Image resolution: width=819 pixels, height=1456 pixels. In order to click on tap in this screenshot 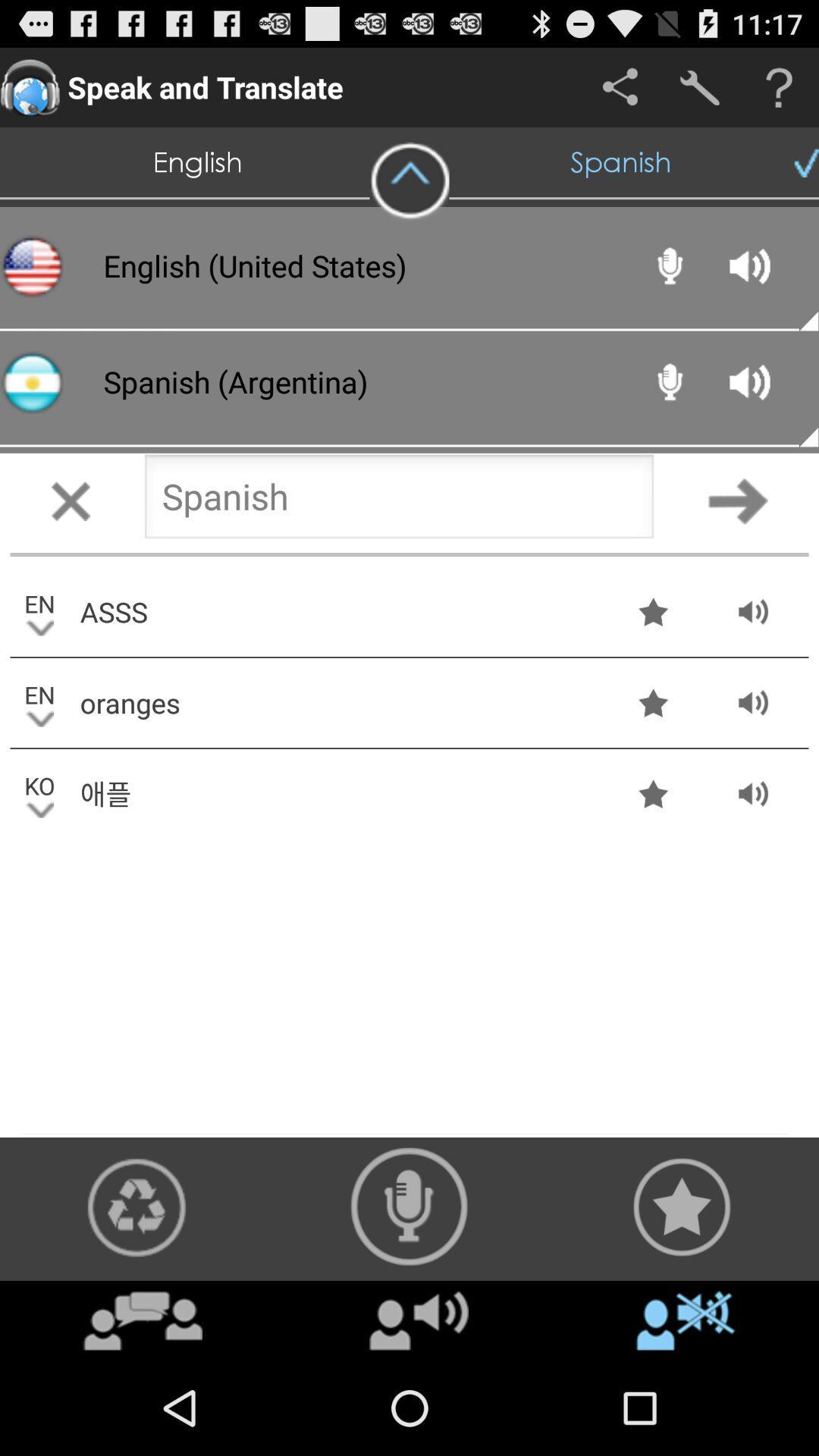, I will do `click(70, 500)`.